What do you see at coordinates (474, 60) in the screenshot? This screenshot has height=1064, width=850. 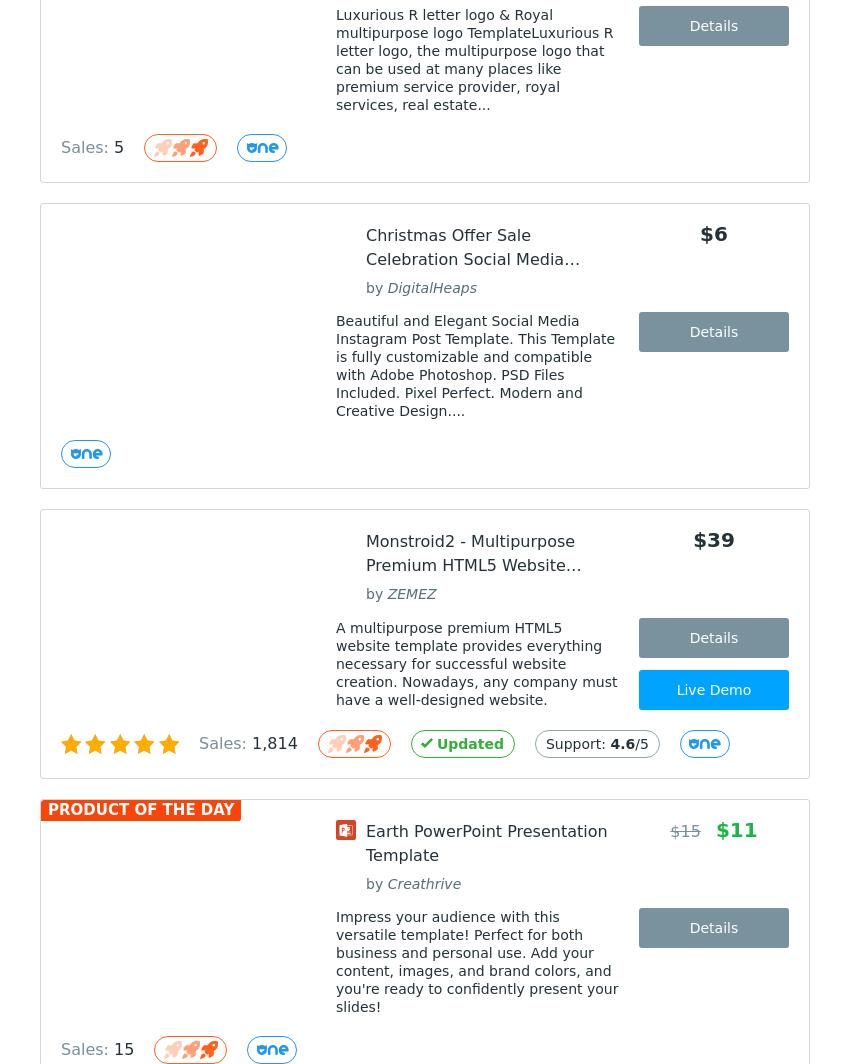 I see `'Luxurious R letter logo & Royal multipurpose logo TemplateLuxurious R letter logo, the multipurpose logo that can be used at many places like premium service provider, royal services, real estate...'` at bounding box center [474, 60].